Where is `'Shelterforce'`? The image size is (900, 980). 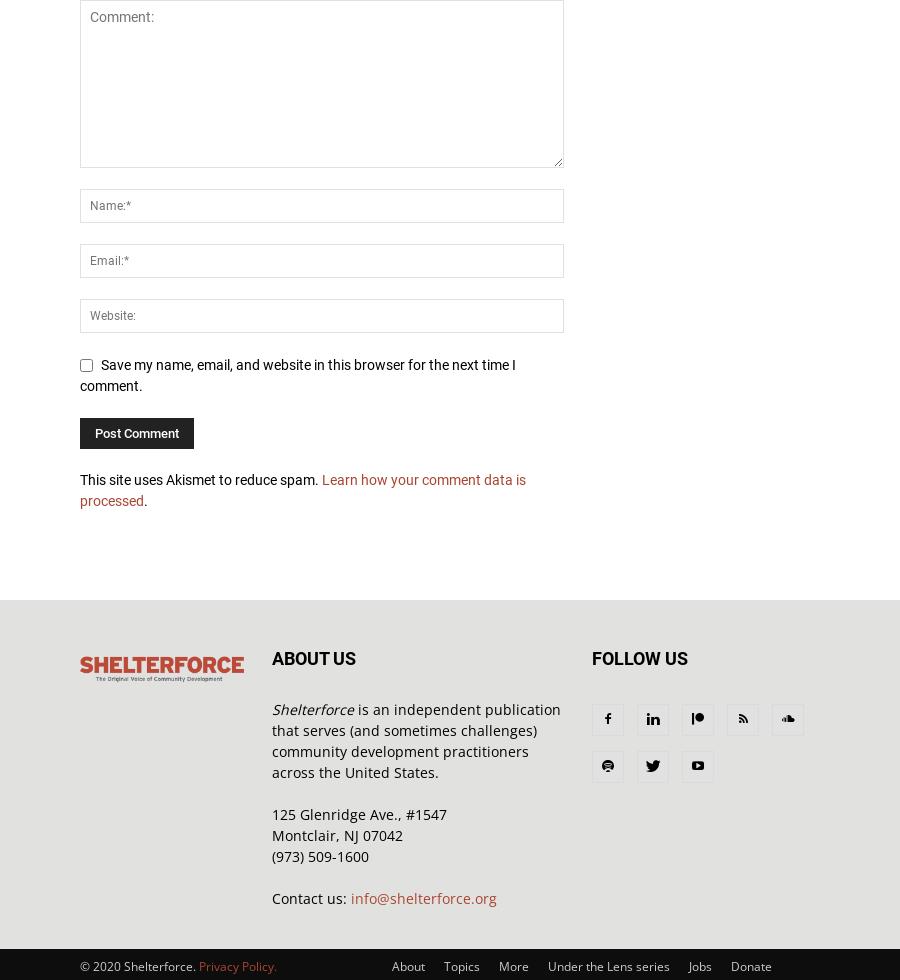
'Shelterforce' is located at coordinates (312, 709).